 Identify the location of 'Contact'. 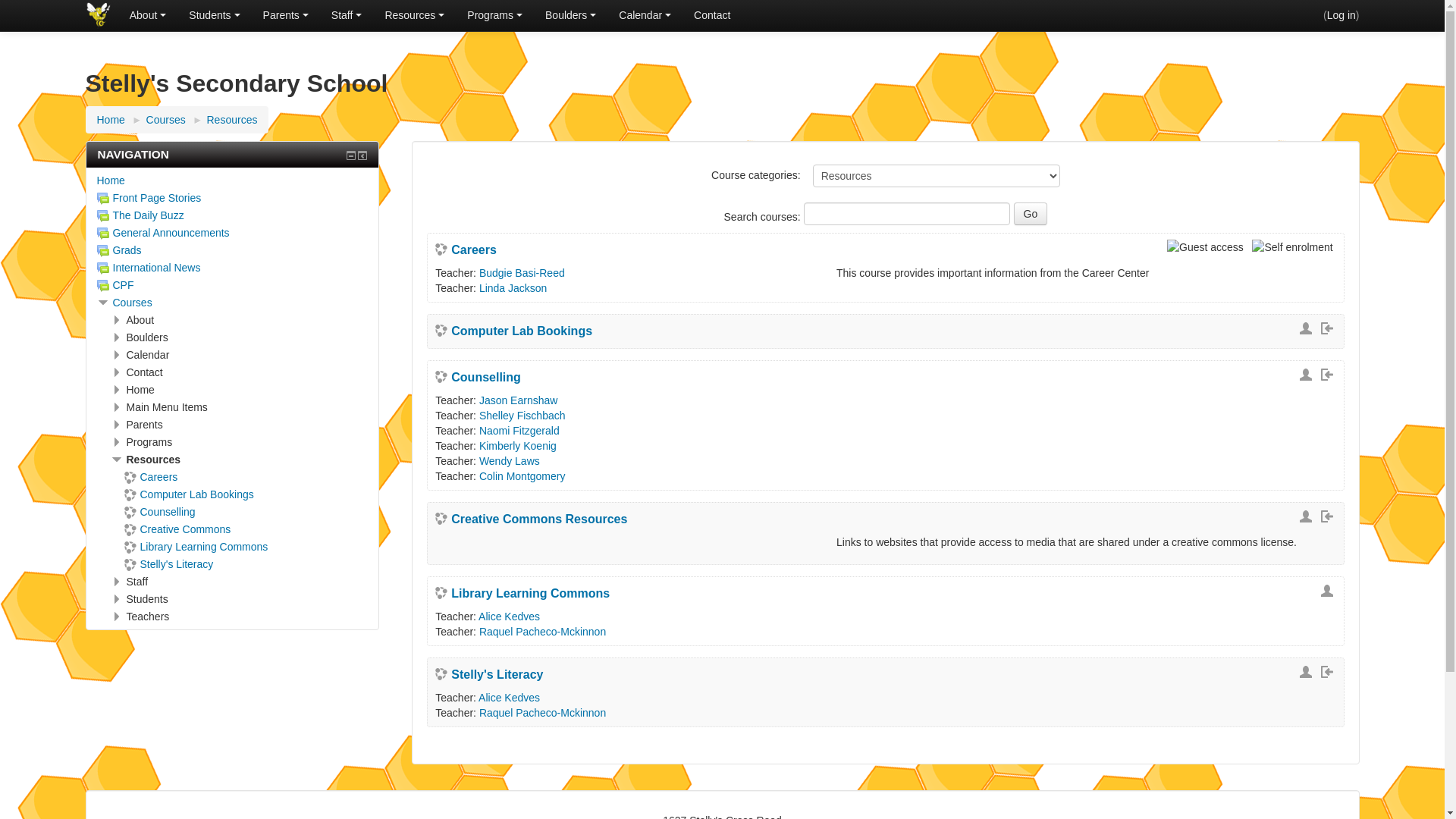
(711, 14).